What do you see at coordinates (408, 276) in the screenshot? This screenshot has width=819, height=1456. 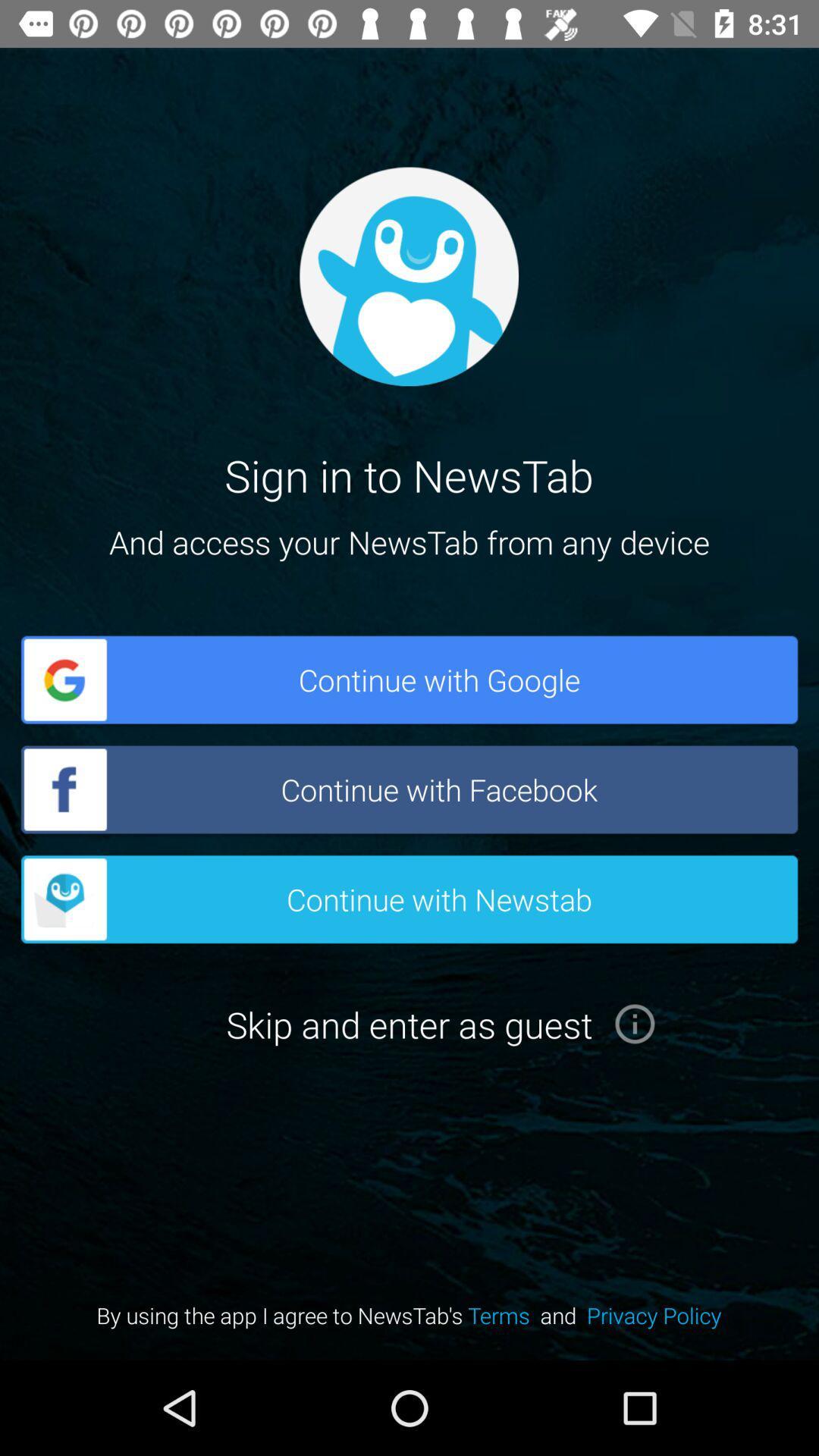 I see `the image on the web page` at bounding box center [408, 276].